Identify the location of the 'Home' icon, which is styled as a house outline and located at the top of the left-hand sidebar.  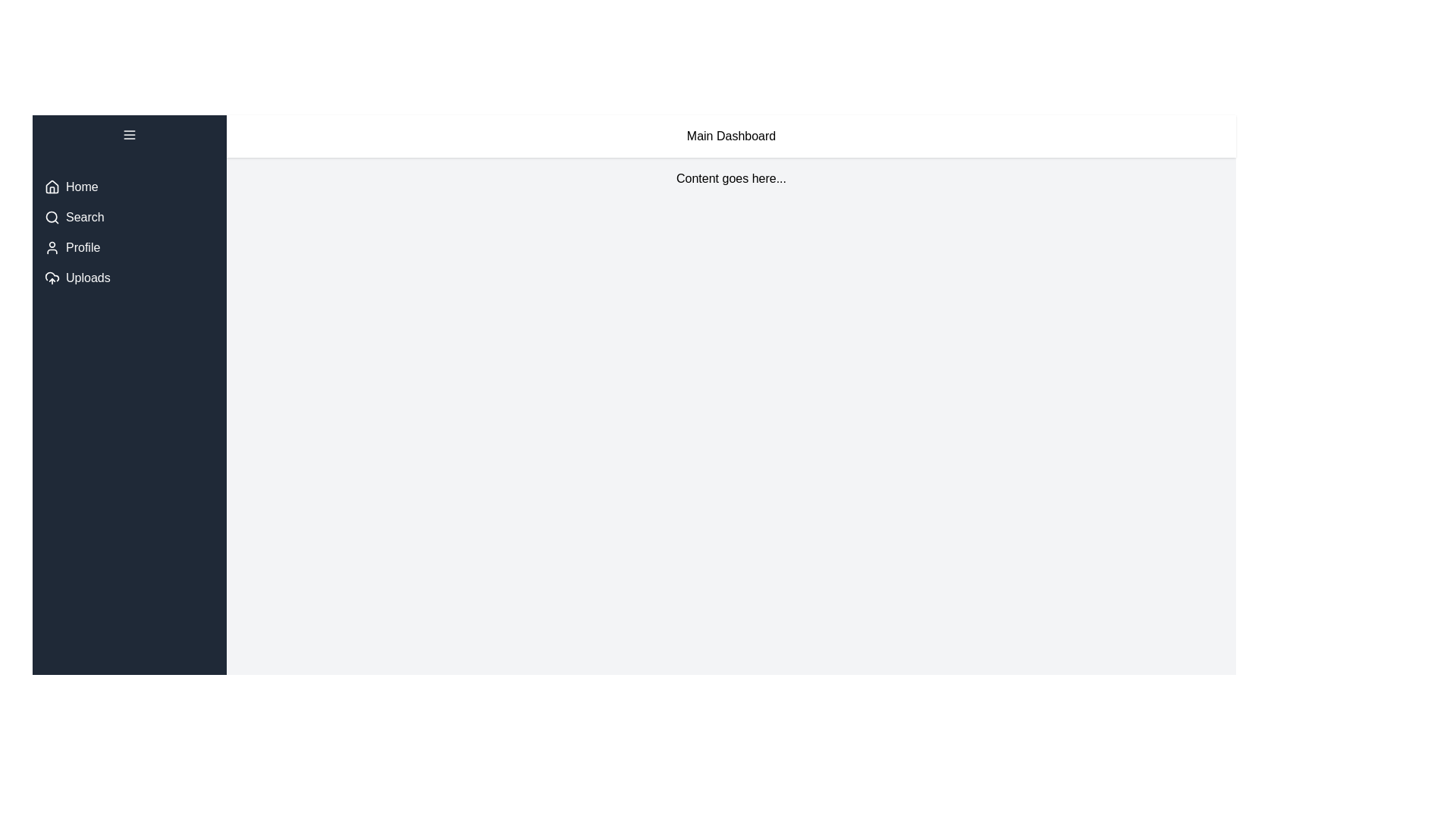
(52, 186).